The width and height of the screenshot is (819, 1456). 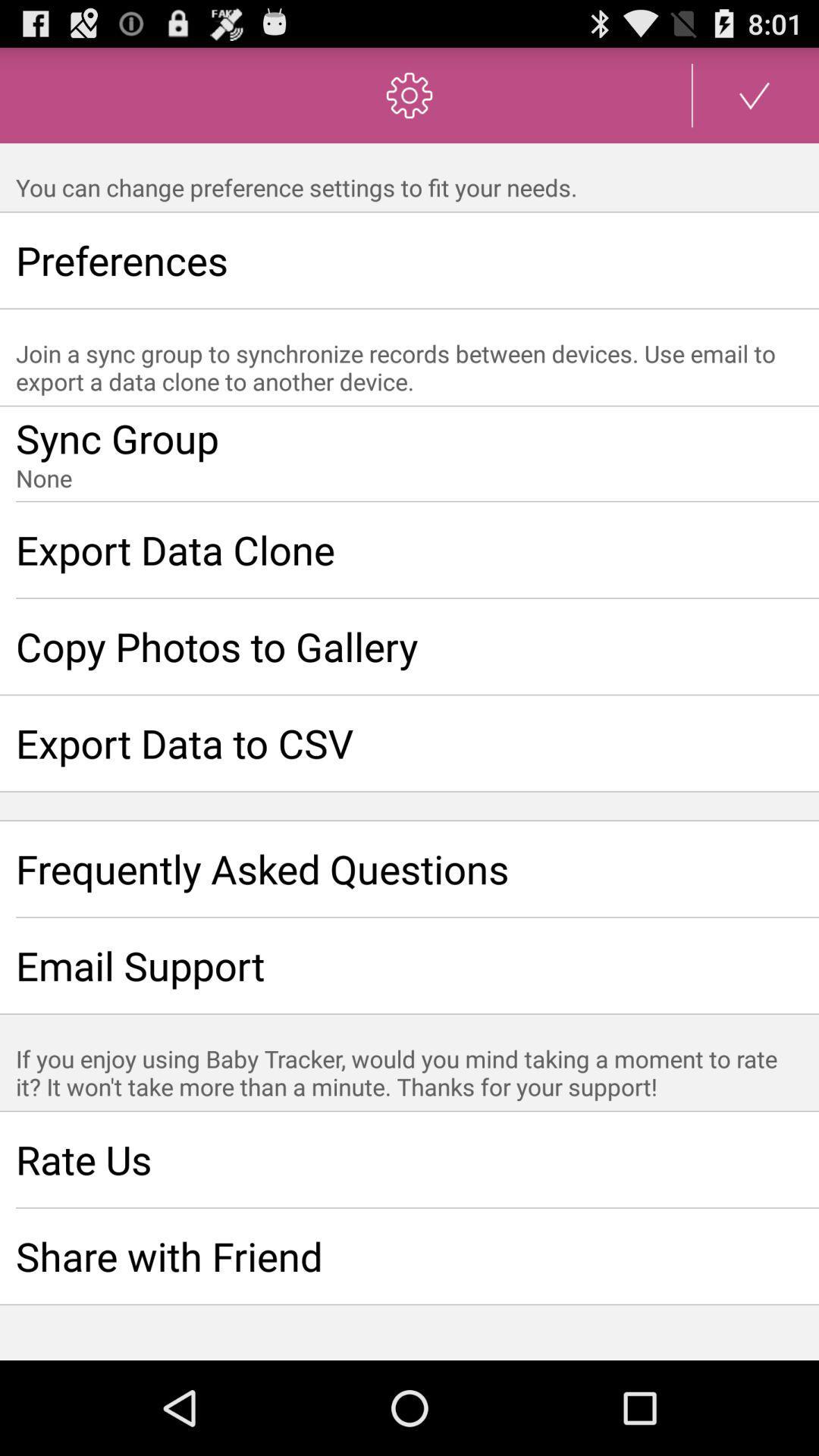 What do you see at coordinates (409, 260) in the screenshot?
I see `preferences item` at bounding box center [409, 260].